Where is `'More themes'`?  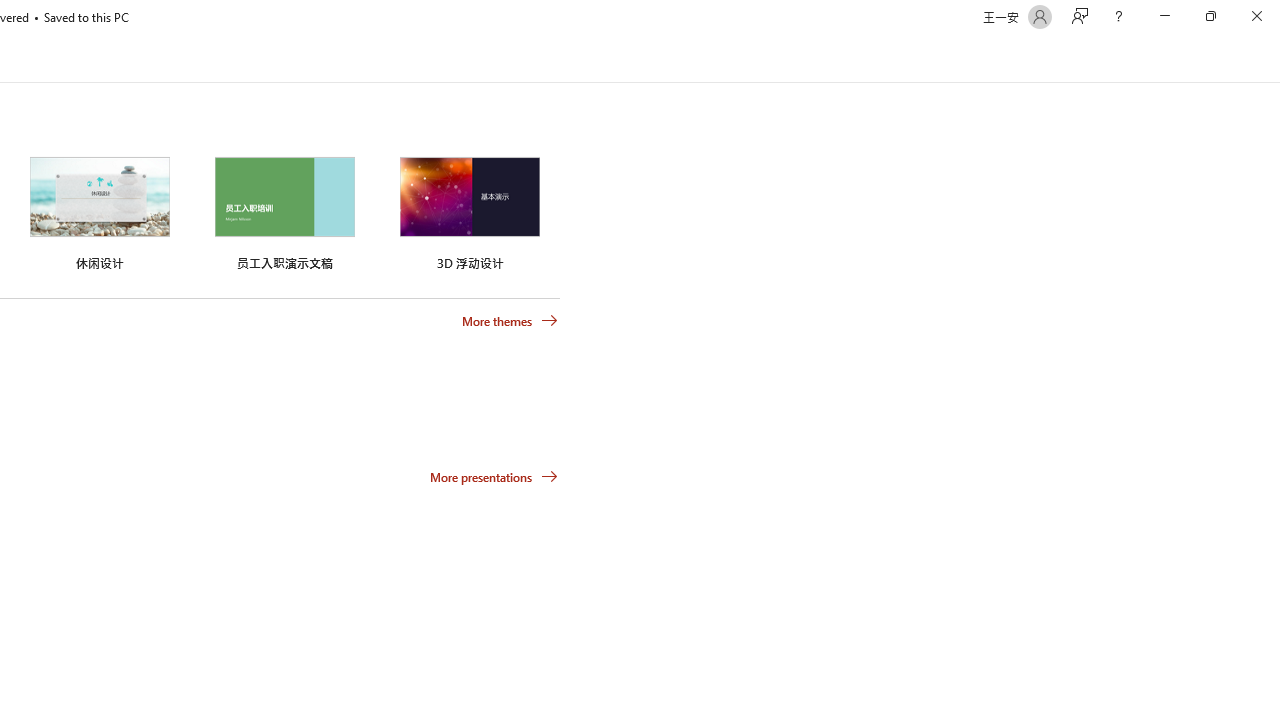
'More themes' is located at coordinates (510, 320).